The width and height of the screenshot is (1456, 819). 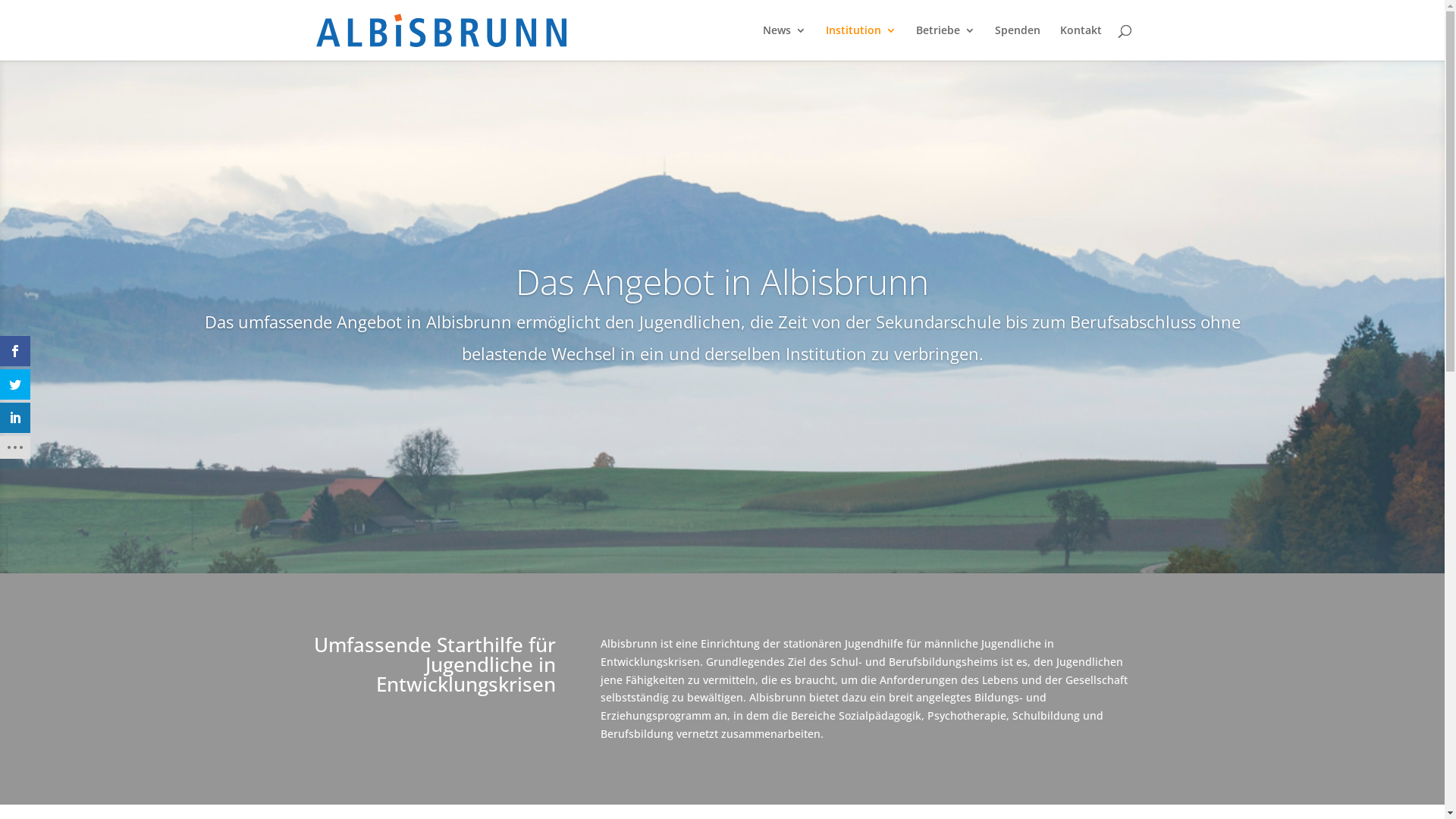 What do you see at coordinates (1018, 42) in the screenshot?
I see `'Spenden'` at bounding box center [1018, 42].